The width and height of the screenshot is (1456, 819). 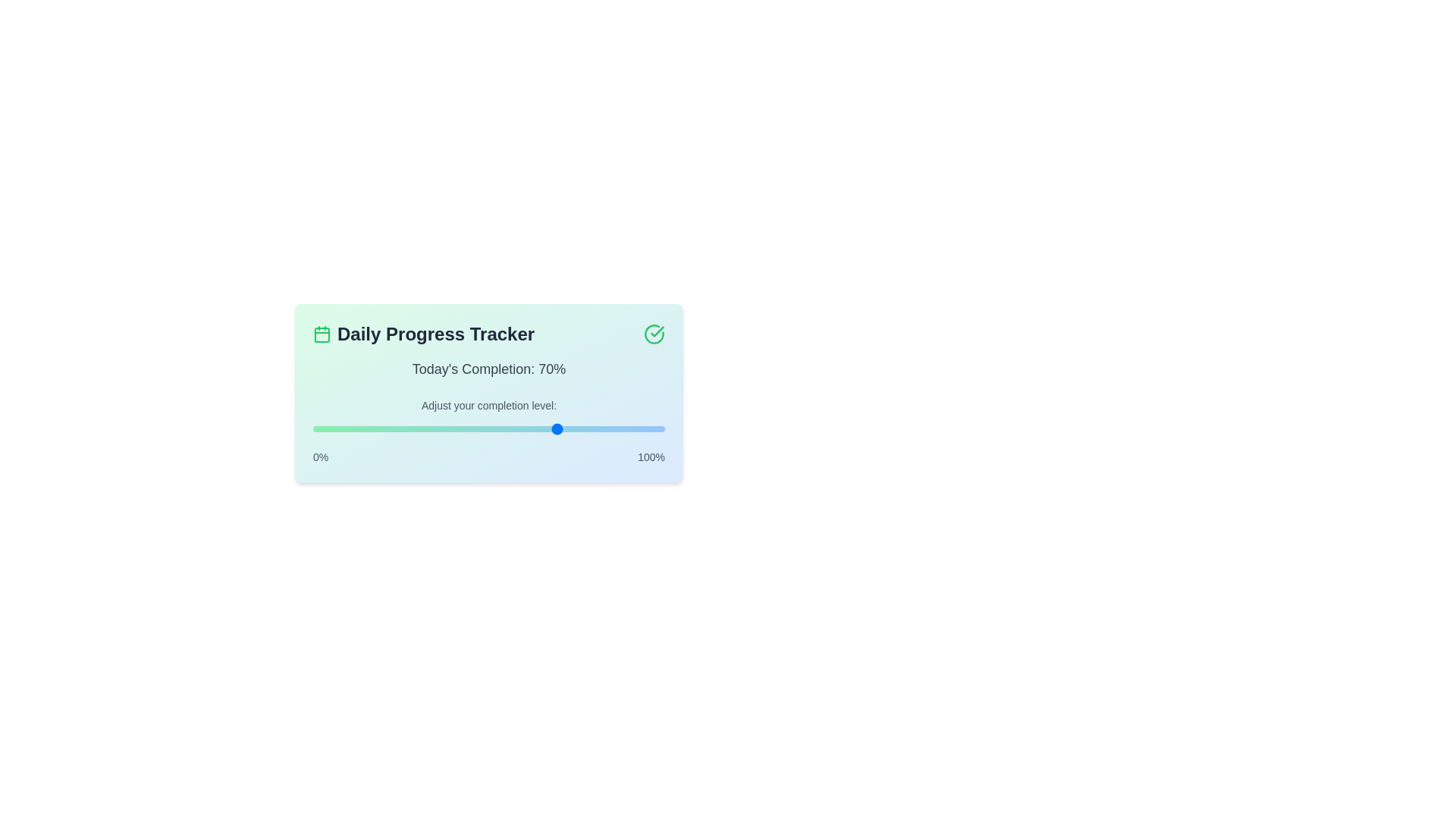 I want to click on the progress level to 76%, so click(x=579, y=429).